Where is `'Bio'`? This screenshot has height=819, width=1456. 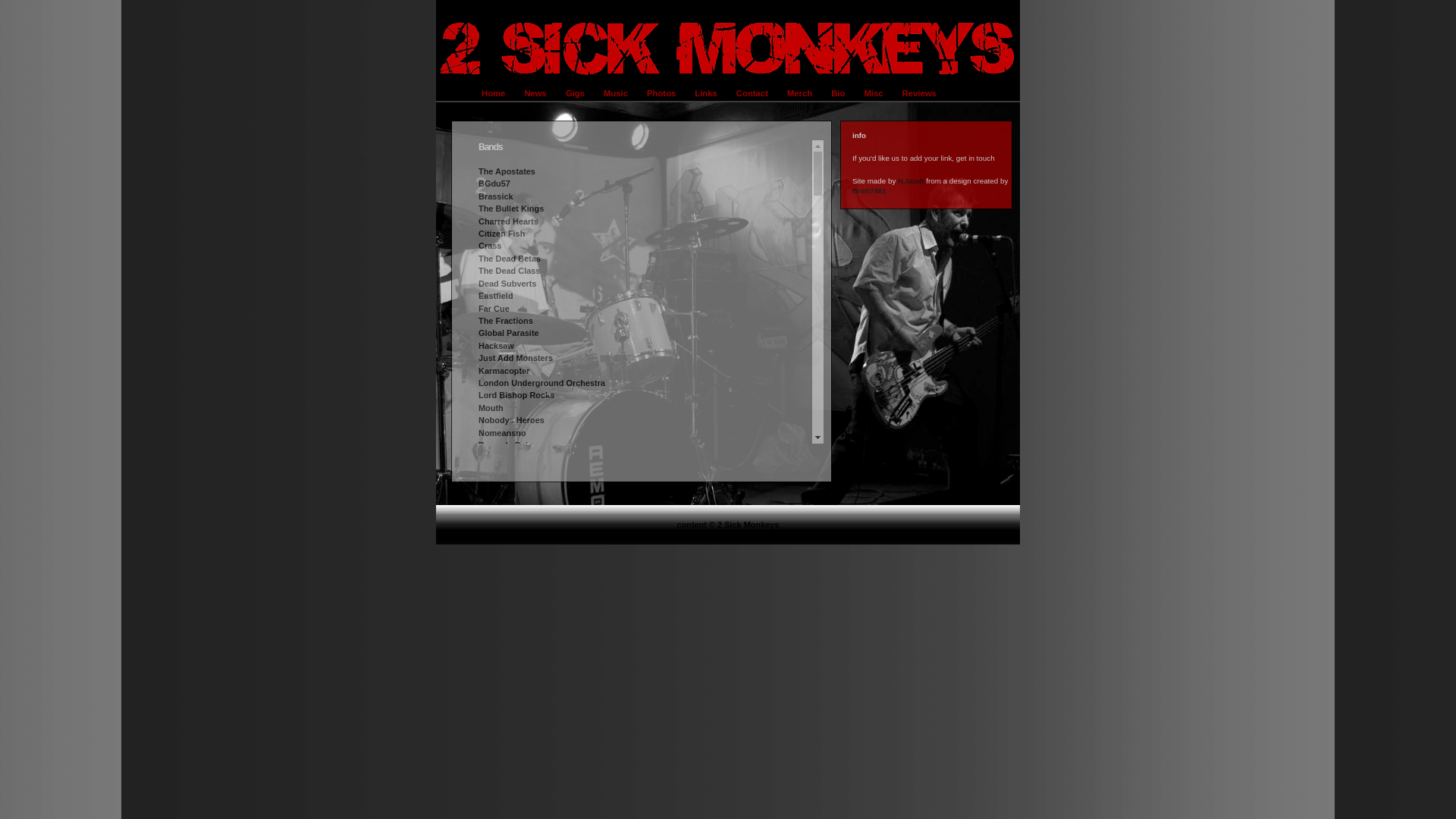
'Bio' is located at coordinates (839, 93).